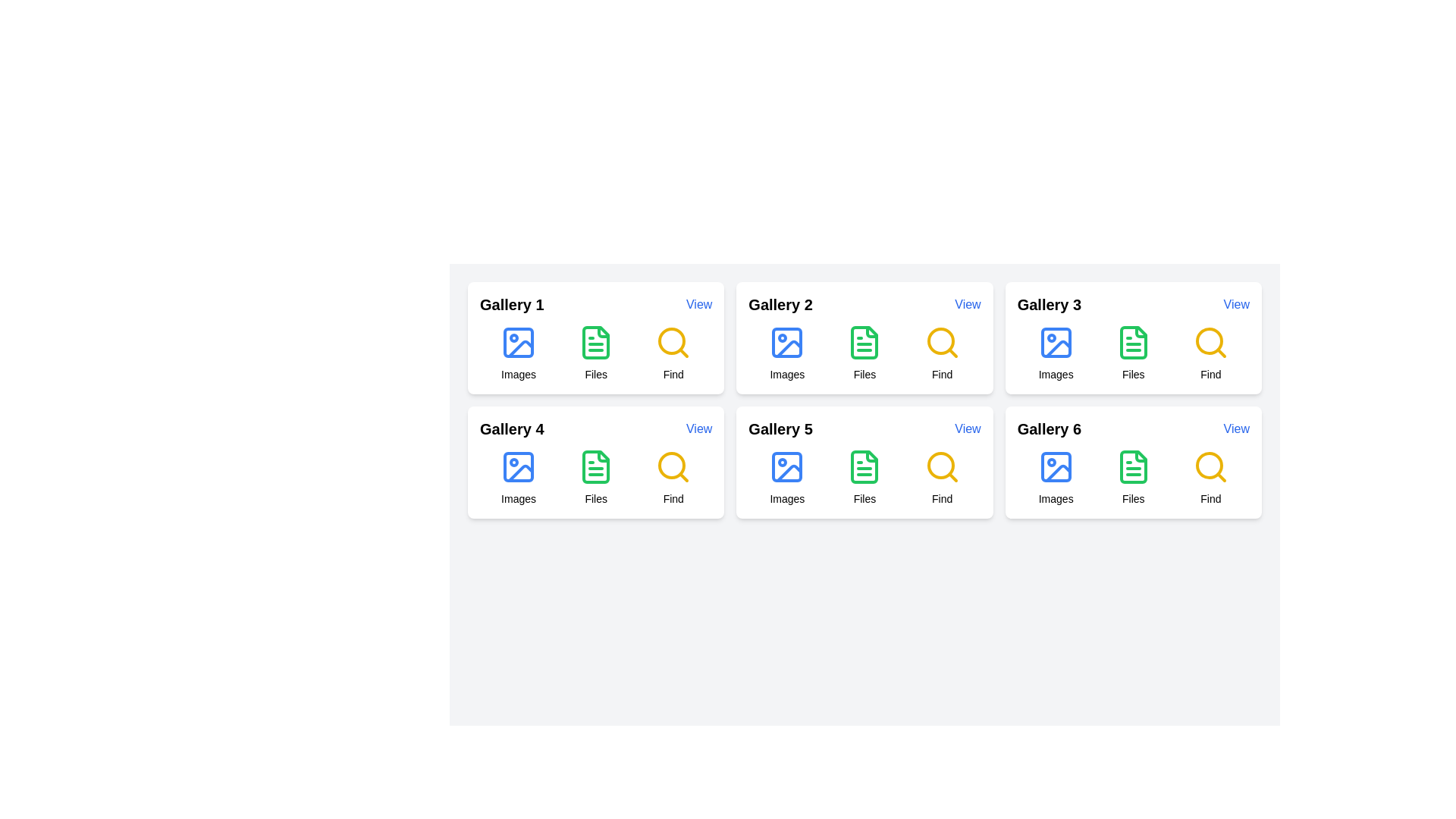  I want to click on the search button located in the 'Gallery 3' section, which is the third element in the group of 'Images', 'Files', and 'Find', to initiate a search, so click(1210, 353).